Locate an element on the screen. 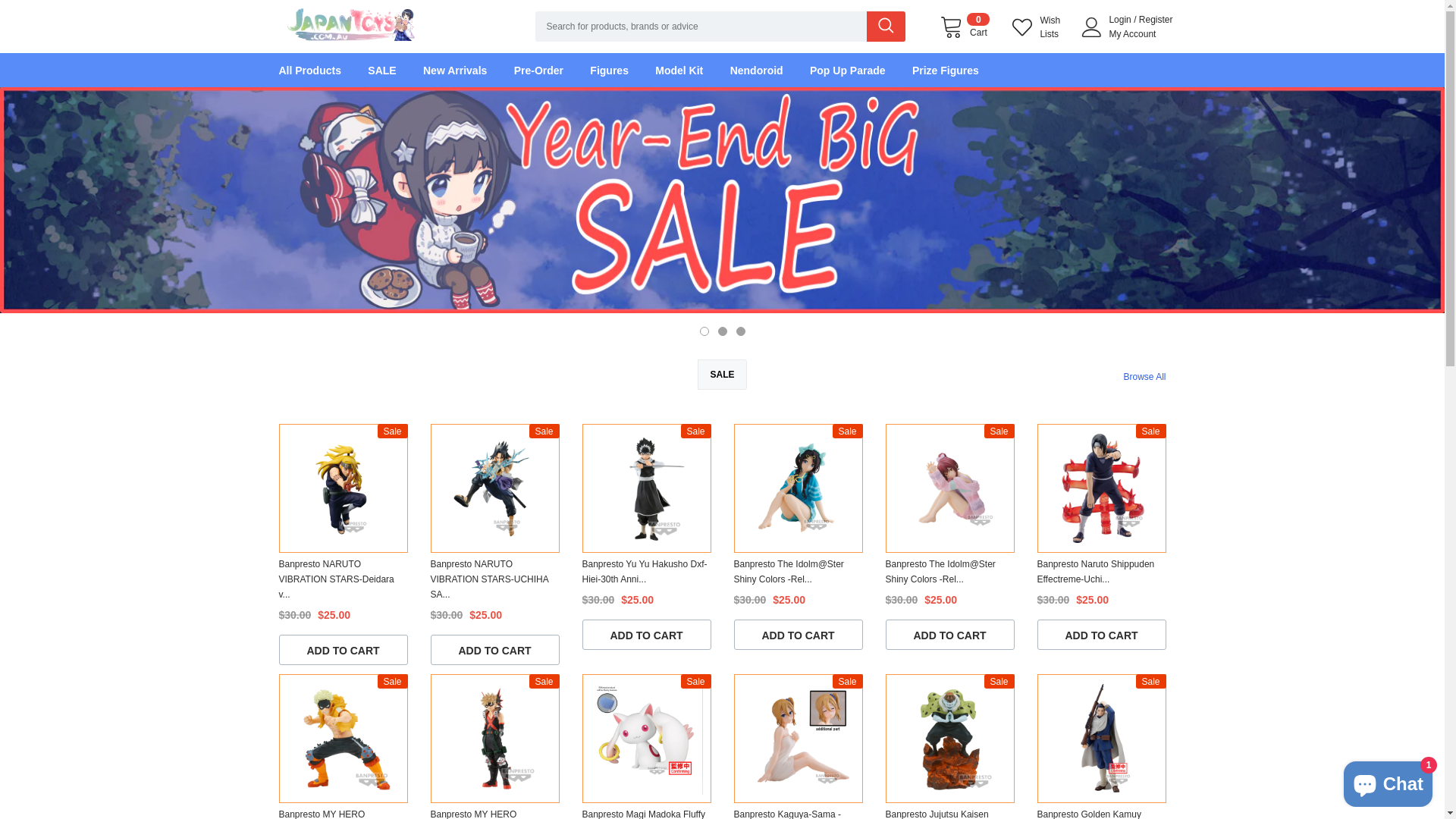 This screenshot has height=819, width=1456. 'Banpresto Yu Yu Hakusho Dxf-Hiei-30th Anni...' is located at coordinates (647, 571).